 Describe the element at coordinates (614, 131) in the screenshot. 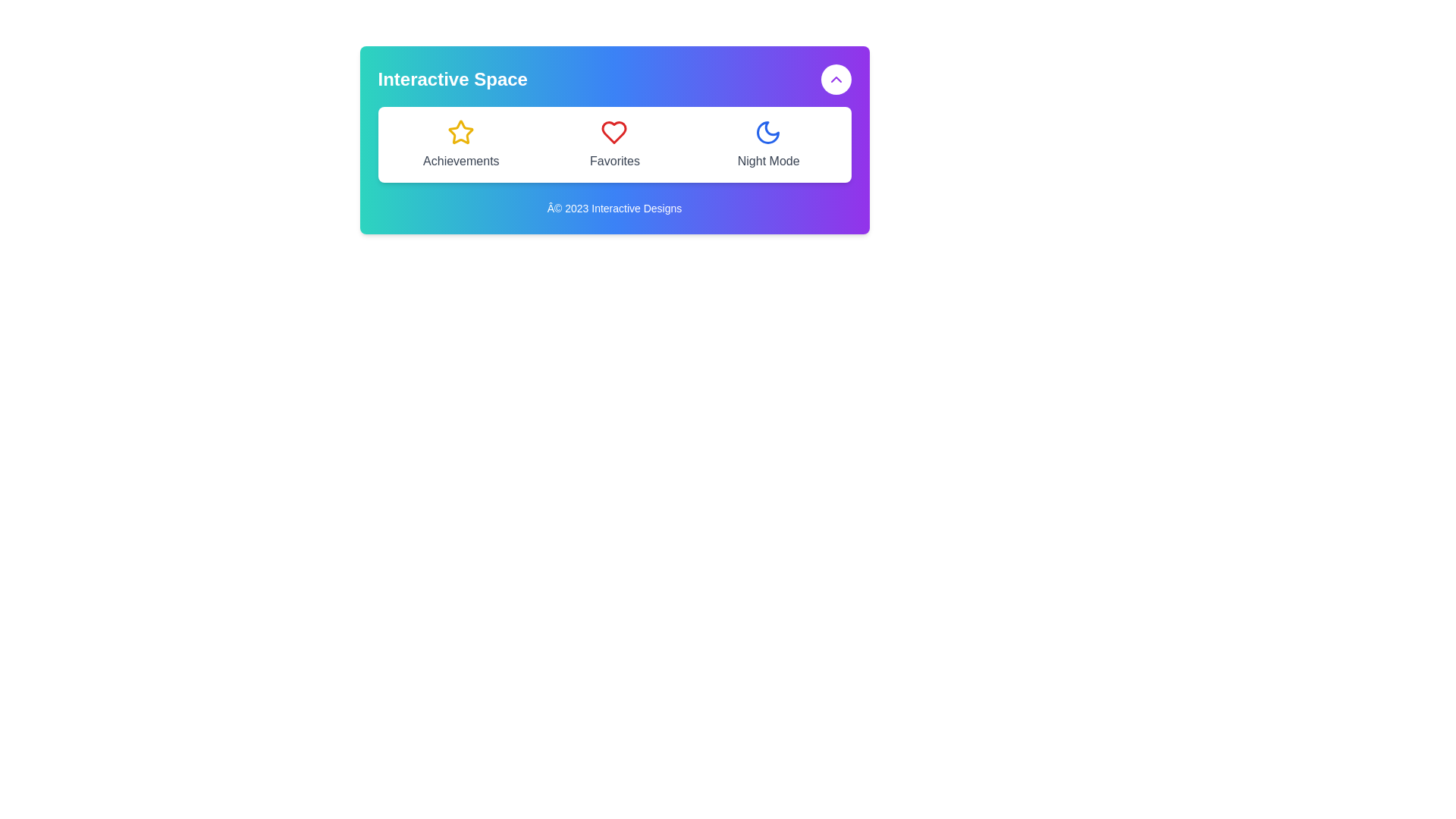

I see `the heart icon in the 'Favorites' section, which is visually represented by a red heart shape with rounded edges, located centrally in the second column above the text 'Favorites'` at that location.